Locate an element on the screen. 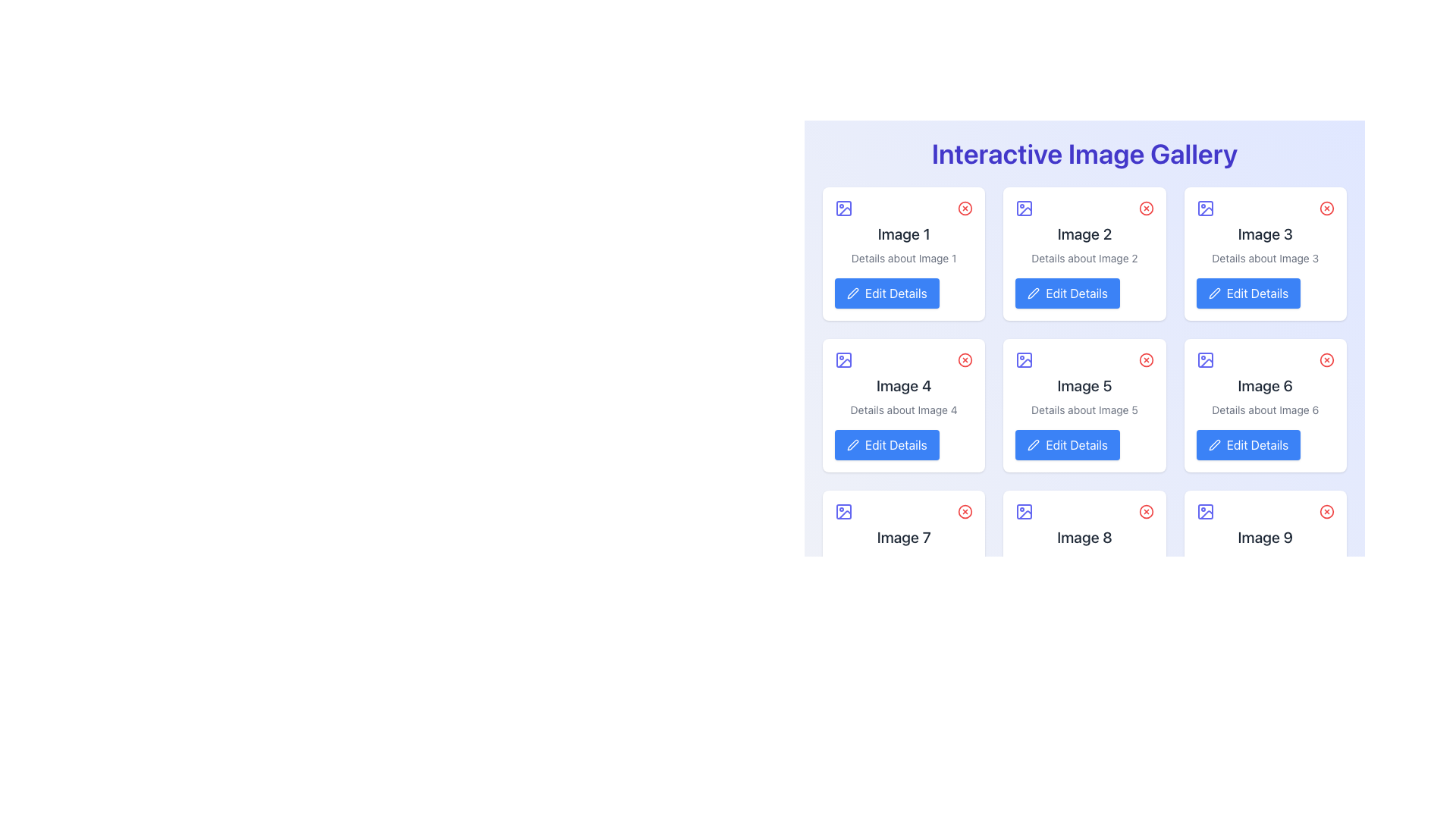  the pen icon located inside the button labeled 'Edit Details' to initiate the editing process is located at coordinates (852, 293).